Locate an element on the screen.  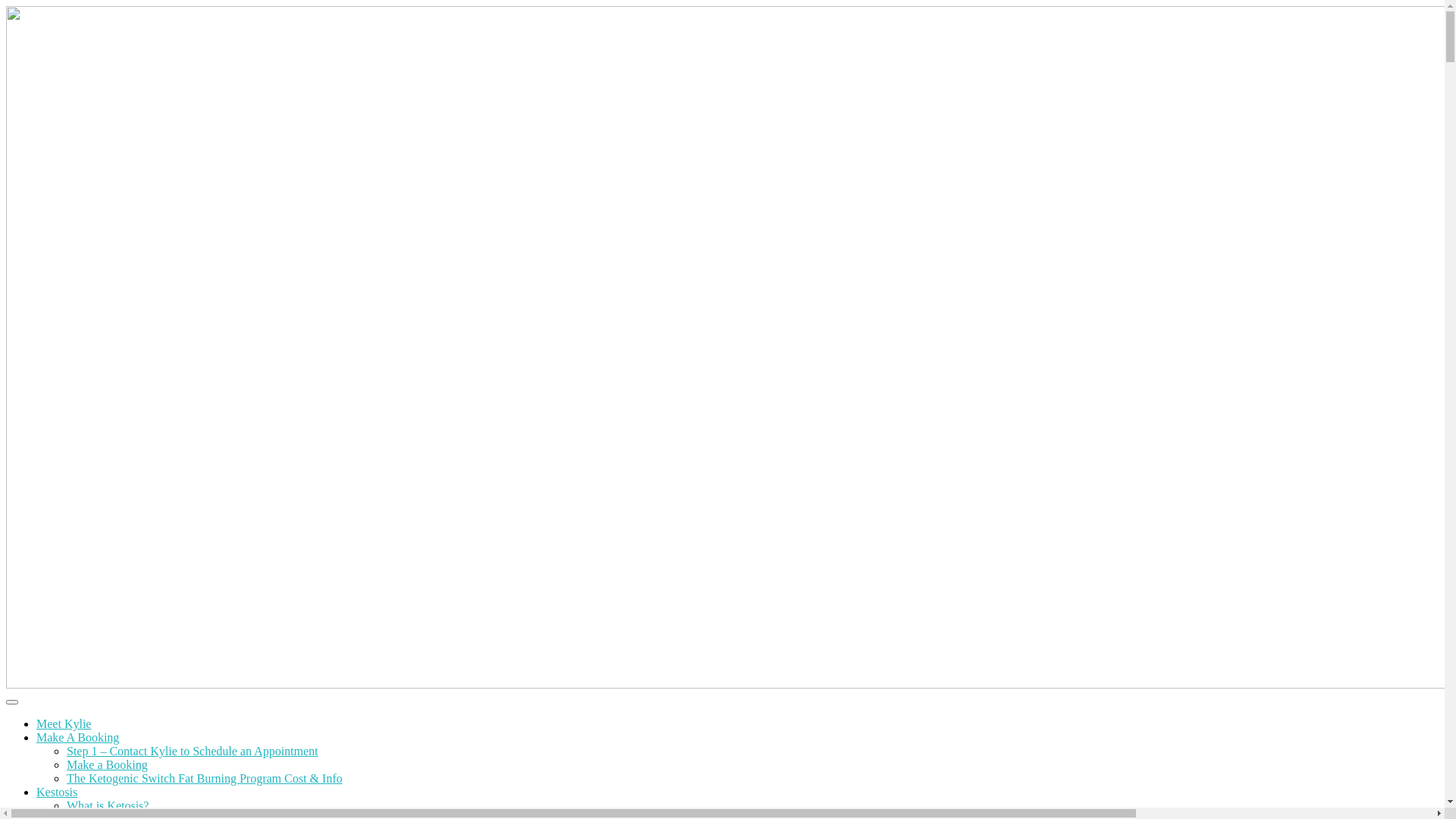
'Make A Booking' is located at coordinates (36, 736).